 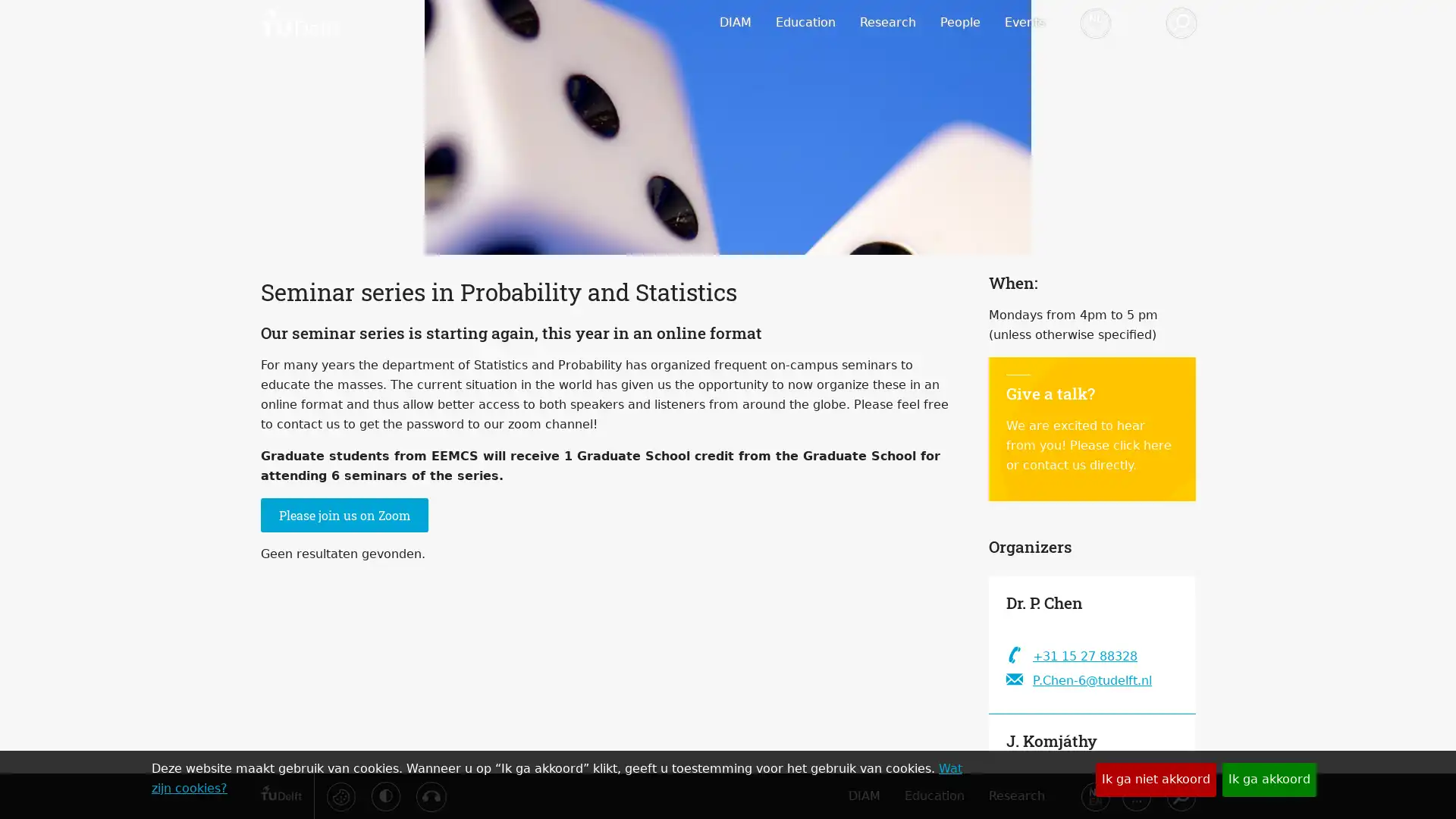 What do you see at coordinates (429, 795) in the screenshot?
I see `Luister met de ReachDeck-werkbalk` at bounding box center [429, 795].